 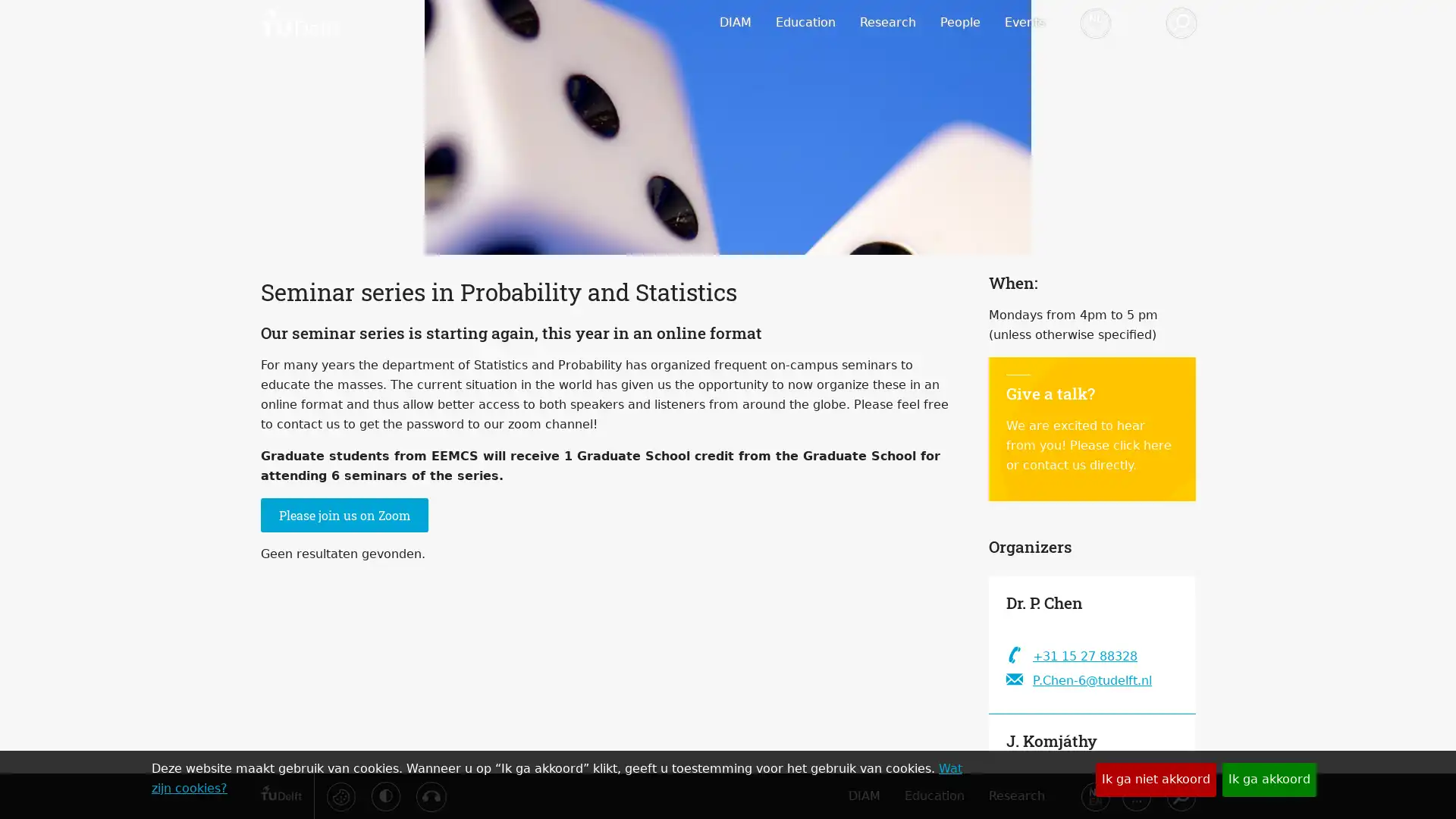 What do you see at coordinates (429, 795) in the screenshot?
I see `Luister met de ReachDeck-werkbalk` at bounding box center [429, 795].